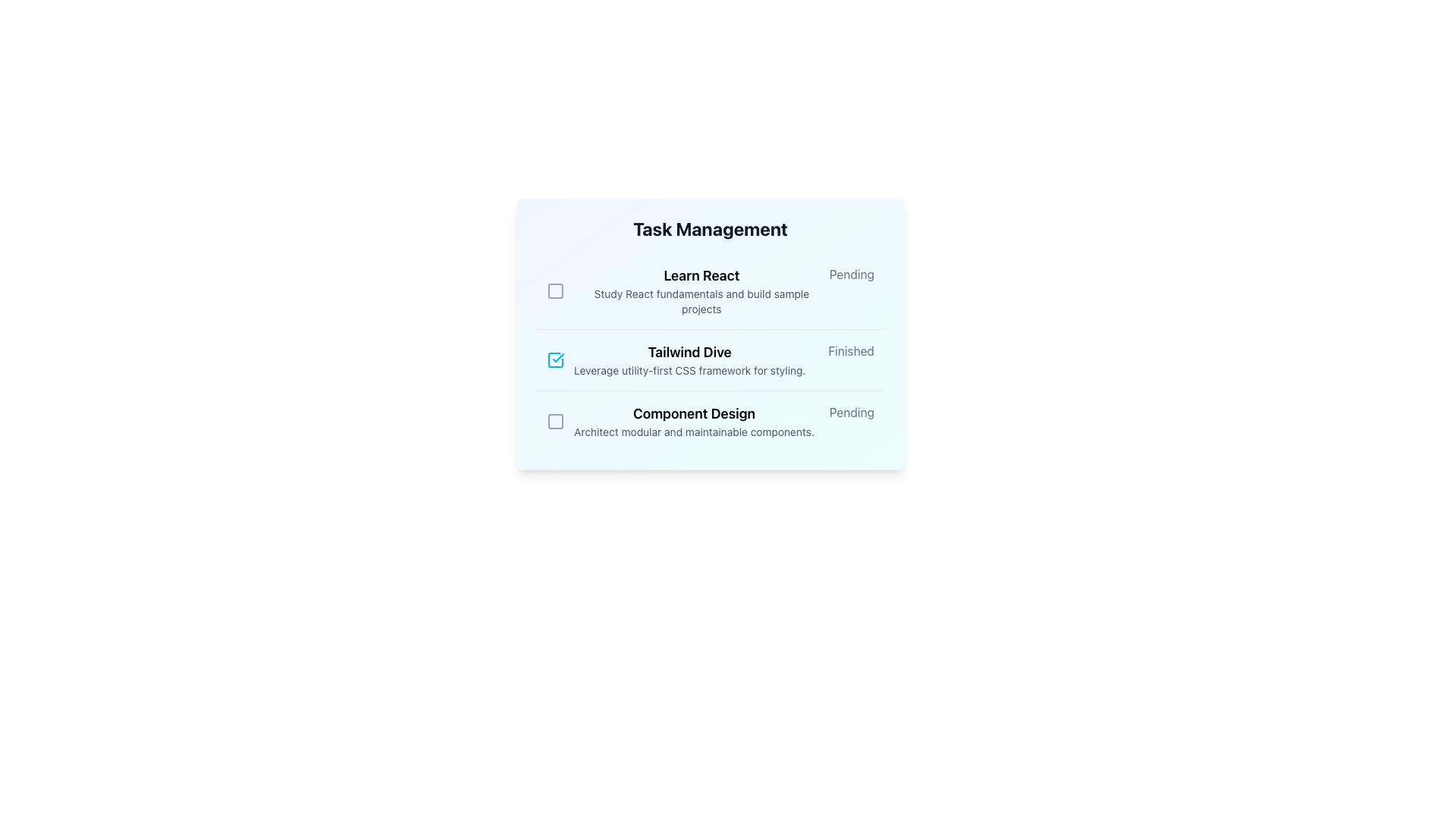 Image resolution: width=1456 pixels, height=819 pixels. I want to click on Text Label element displaying the word 'Pending' which is styled in gray and positioned at the far right of the list item under 'Task Management', so click(852, 412).